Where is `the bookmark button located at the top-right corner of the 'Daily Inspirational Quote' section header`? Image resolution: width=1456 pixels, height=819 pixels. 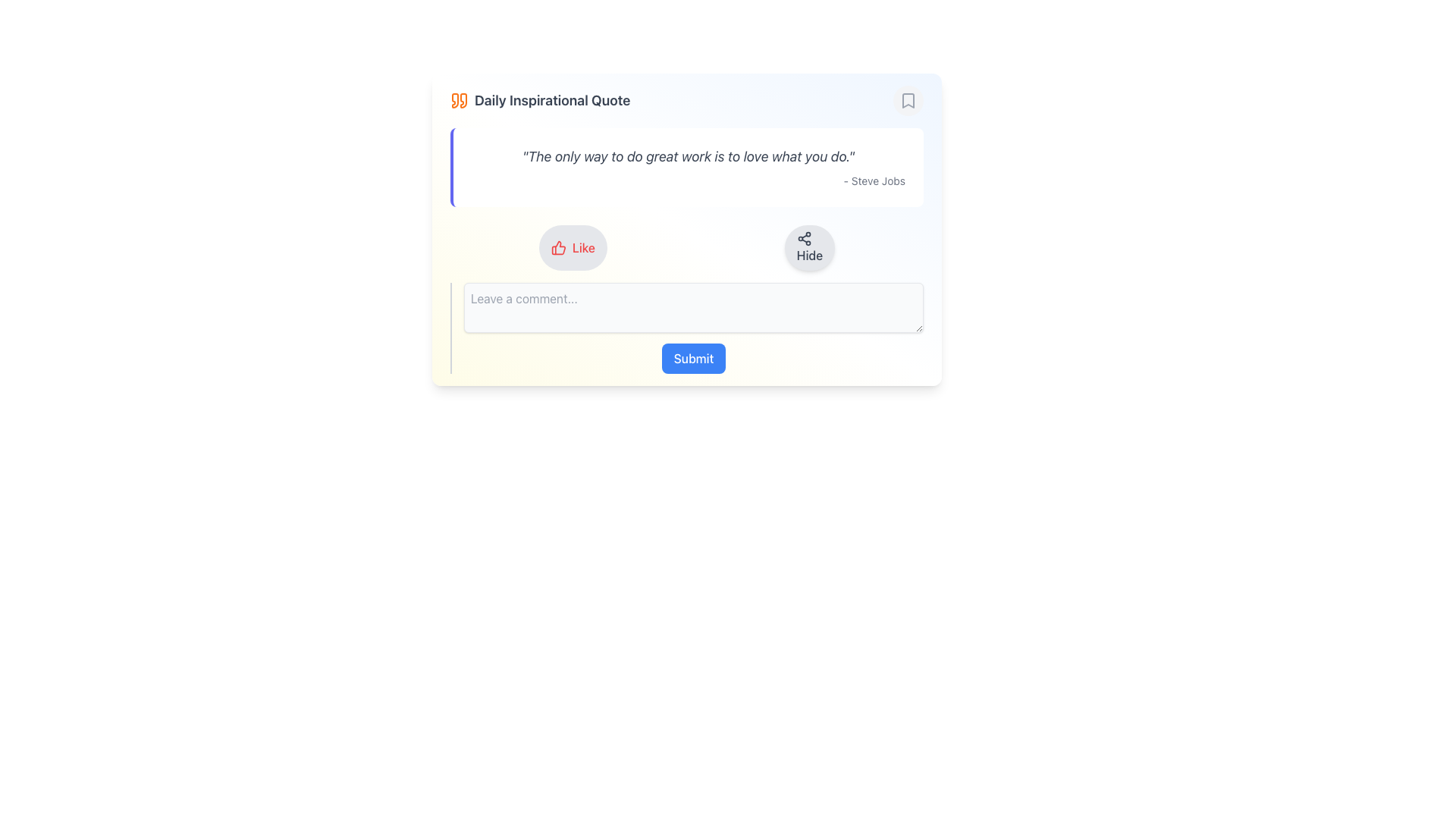 the bookmark button located at the top-right corner of the 'Daily Inspirational Quote' section header is located at coordinates (908, 100).